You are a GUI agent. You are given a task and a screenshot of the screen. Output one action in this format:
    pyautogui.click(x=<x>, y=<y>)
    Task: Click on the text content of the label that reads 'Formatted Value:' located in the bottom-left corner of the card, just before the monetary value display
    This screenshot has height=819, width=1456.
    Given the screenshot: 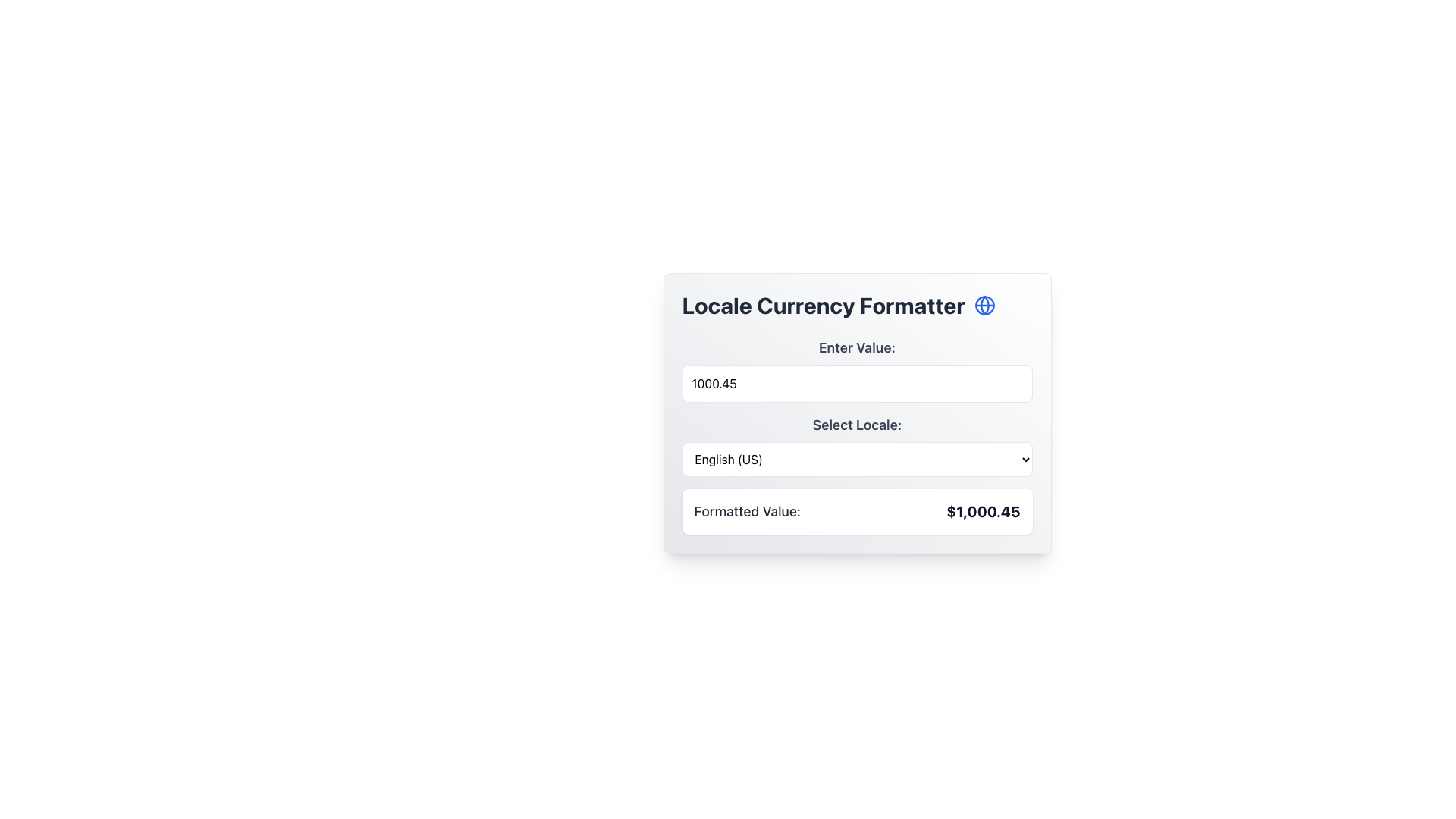 What is the action you would take?
    pyautogui.click(x=747, y=512)
    